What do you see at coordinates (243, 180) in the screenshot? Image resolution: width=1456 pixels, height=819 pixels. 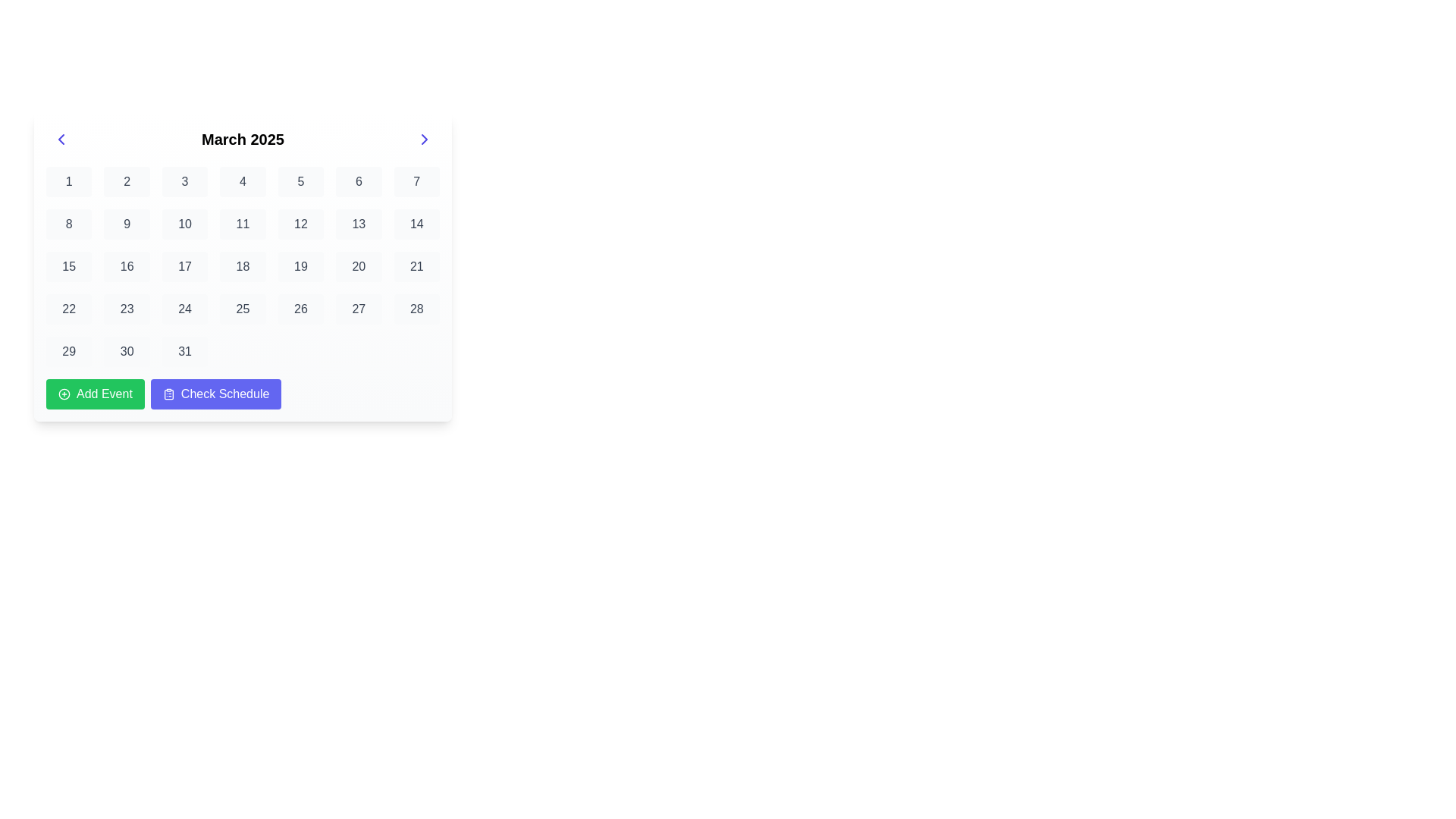 I see `the button representing the fourth day in the March 2025 calendar grid` at bounding box center [243, 180].